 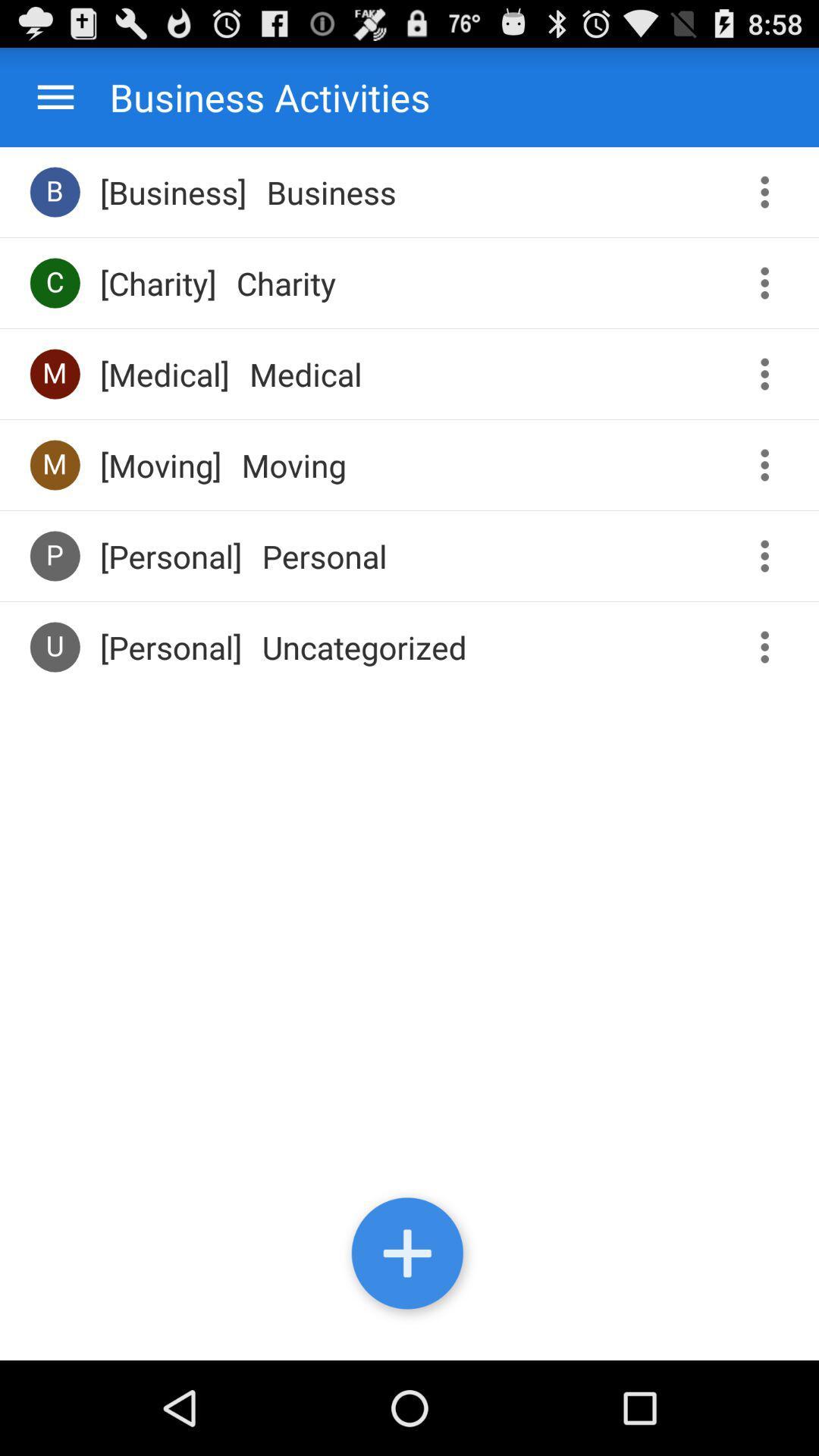 What do you see at coordinates (770, 374) in the screenshot?
I see `more information toggle` at bounding box center [770, 374].